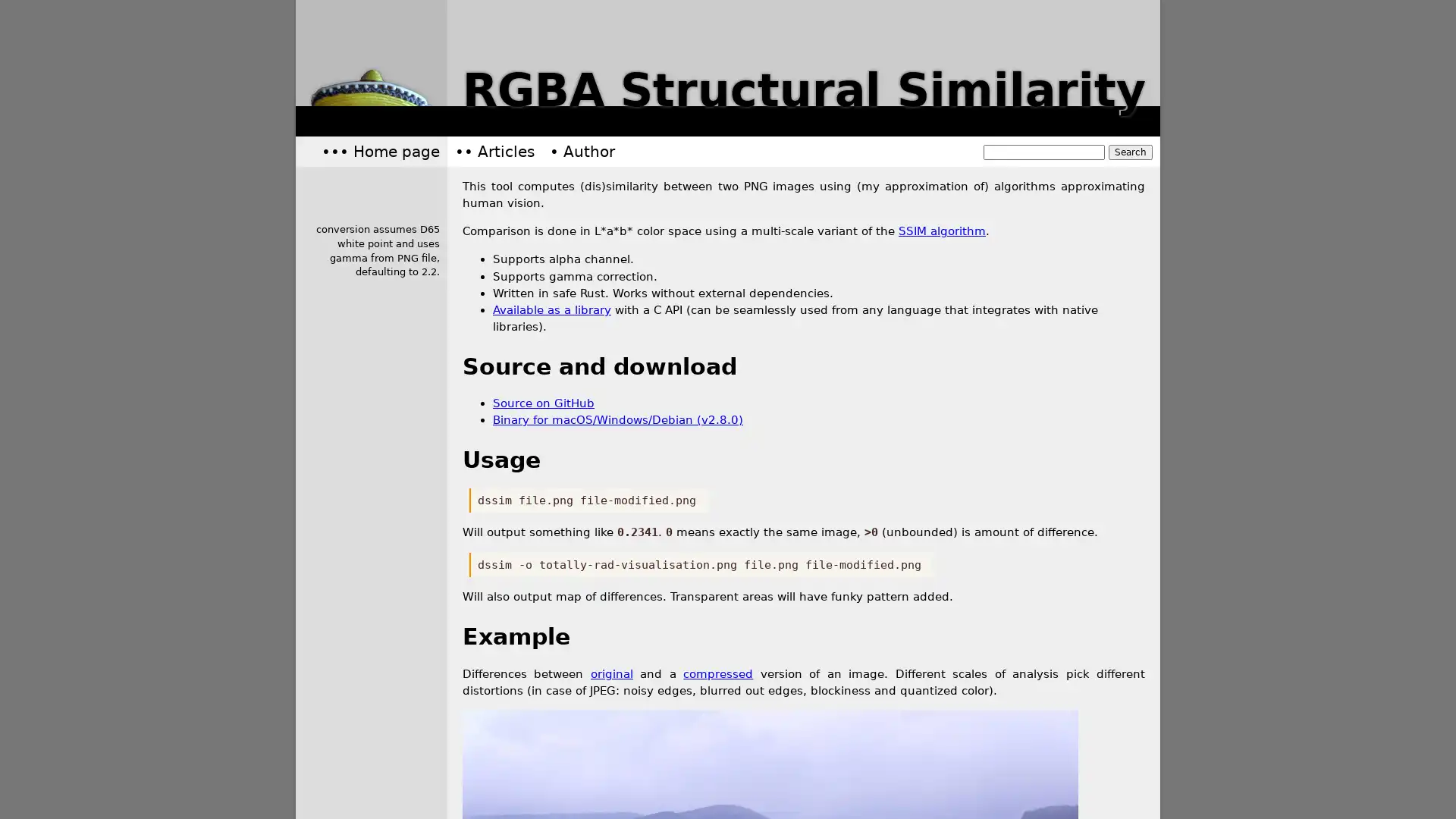  Describe the element at coordinates (1131, 152) in the screenshot. I see `Search` at that location.